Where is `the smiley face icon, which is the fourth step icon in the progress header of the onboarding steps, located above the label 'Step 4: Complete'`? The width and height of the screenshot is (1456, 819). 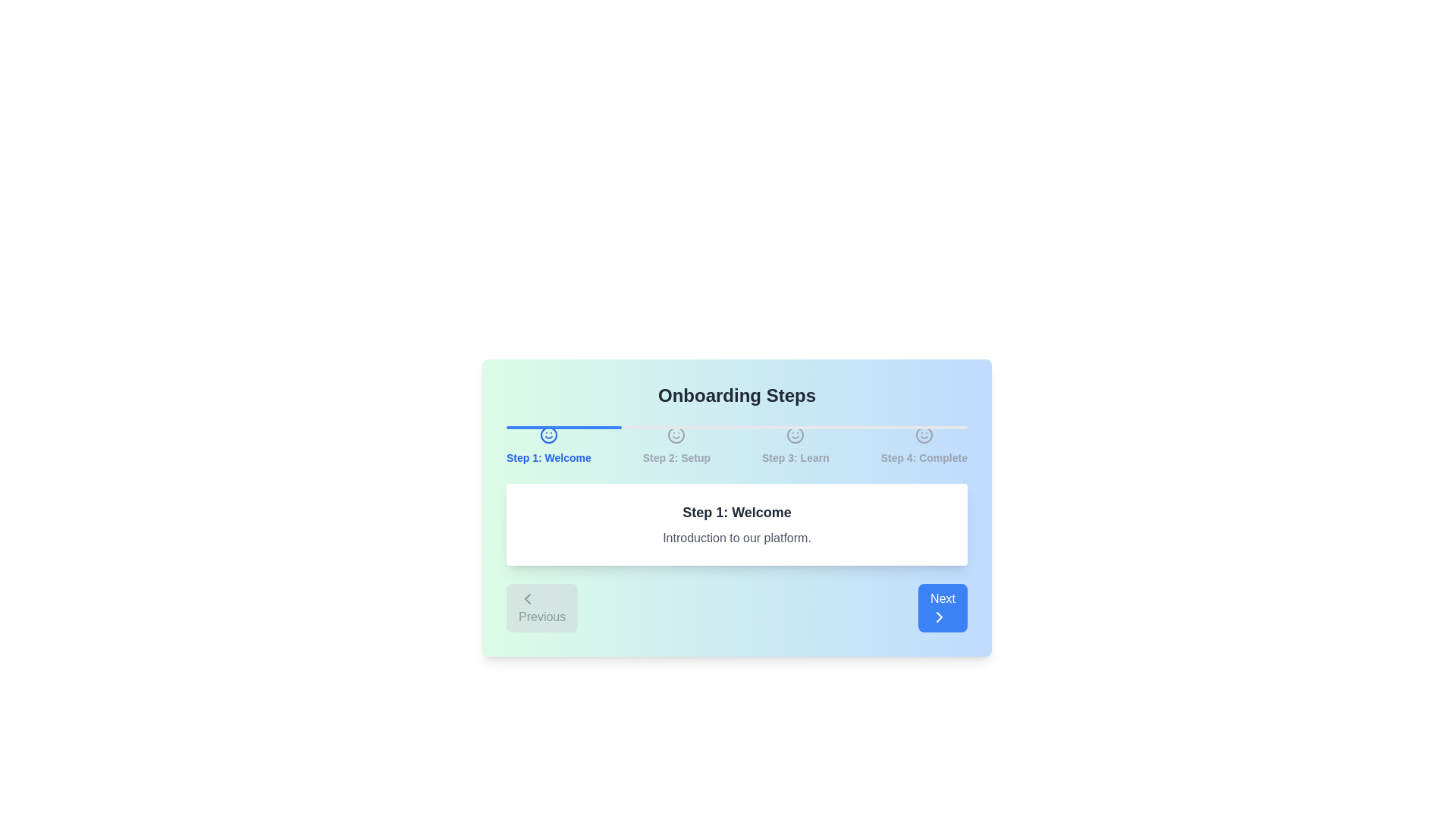 the smiley face icon, which is the fourth step icon in the progress header of the onboarding steps, located above the label 'Step 4: Complete' is located at coordinates (923, 435).